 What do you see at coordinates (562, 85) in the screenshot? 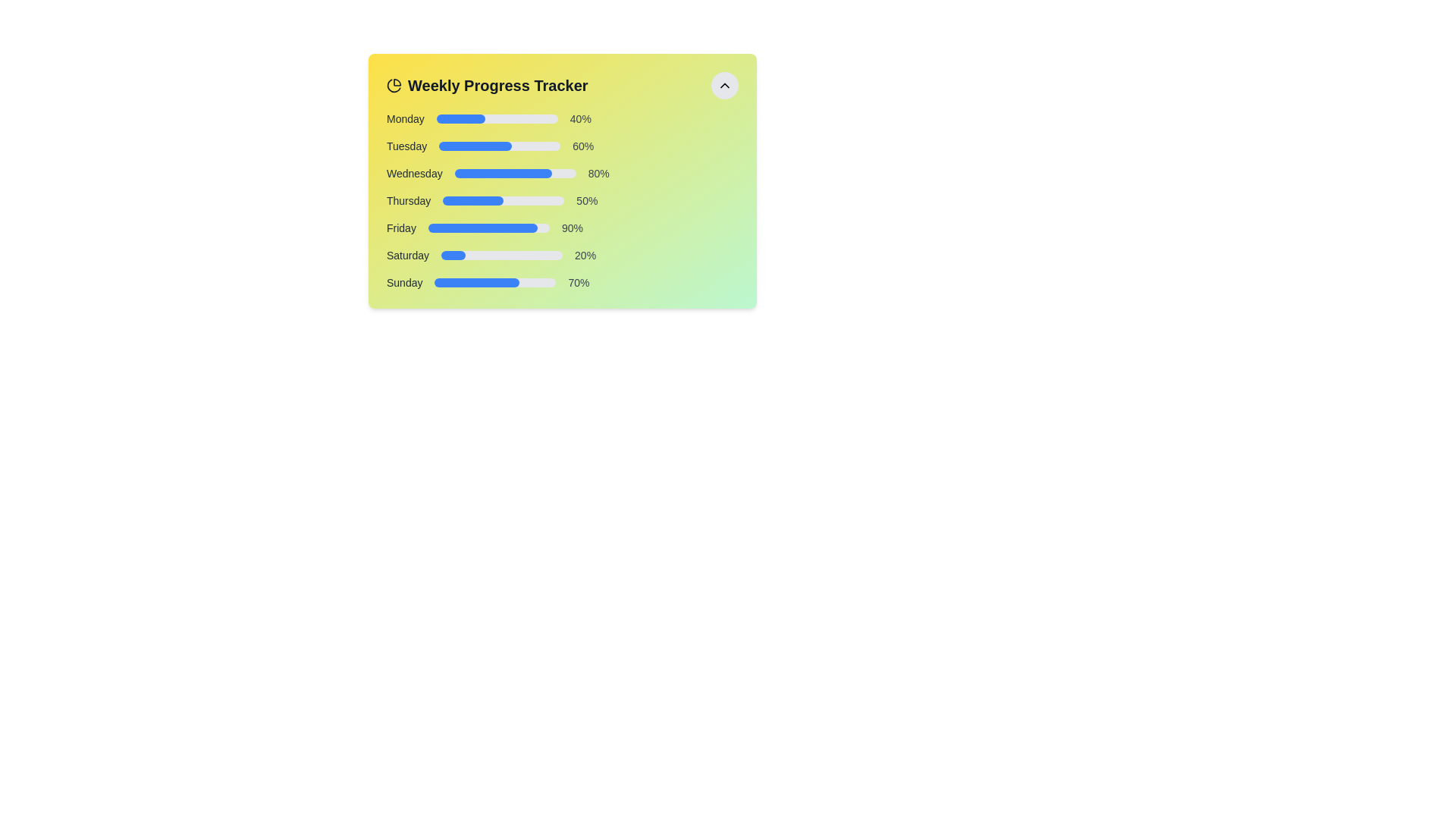
I see `the purpose of the 'Weekly Progress Tracker' section` at bounding box center [562, 85].